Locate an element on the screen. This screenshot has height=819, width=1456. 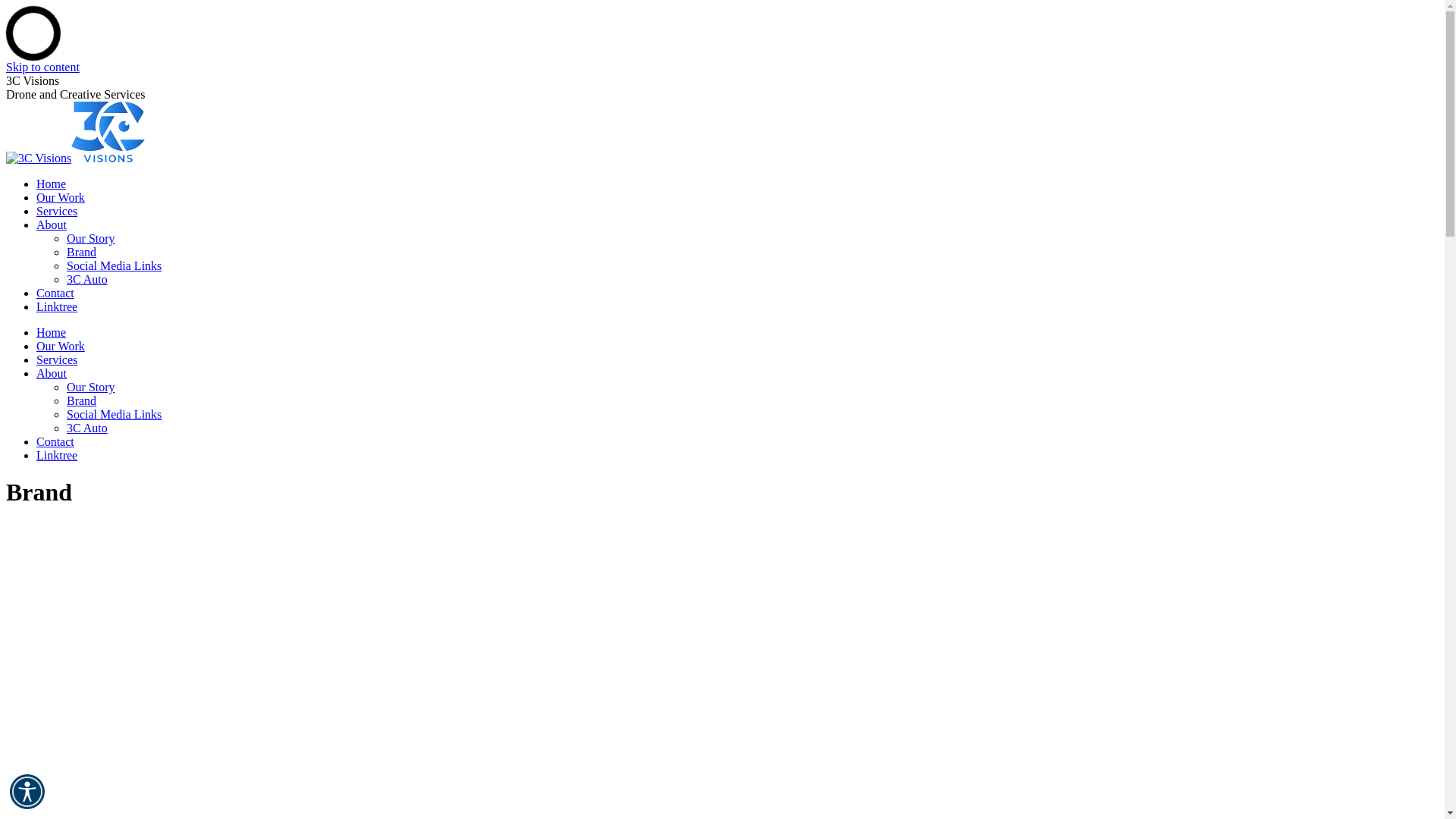
'Brand' is located at coordinates (80, 251).